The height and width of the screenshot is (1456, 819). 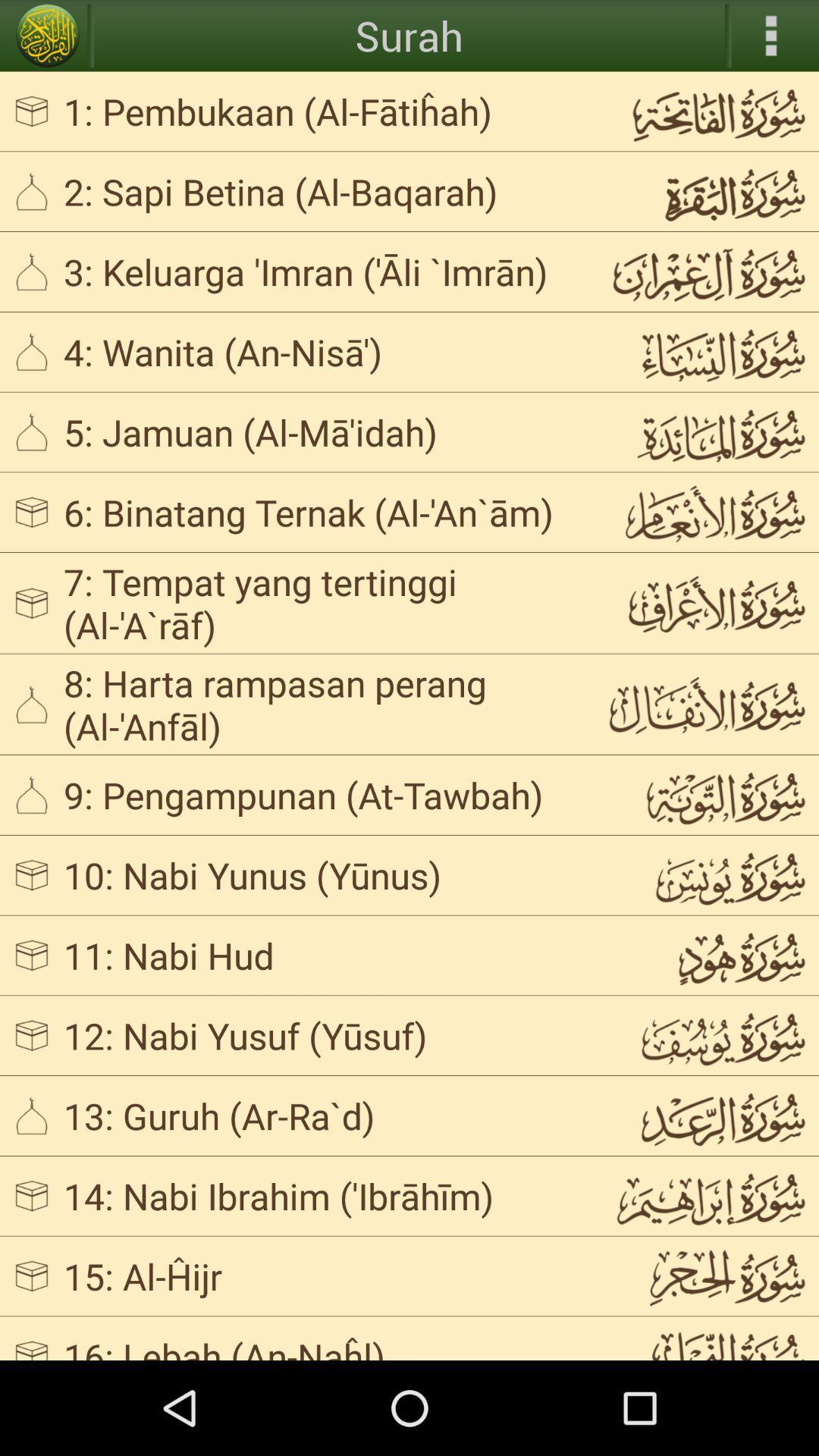 What do you see at coordinates (322, 431) in the screenshot?
I see `5 jamuan al` at bounding box center [322, 431].